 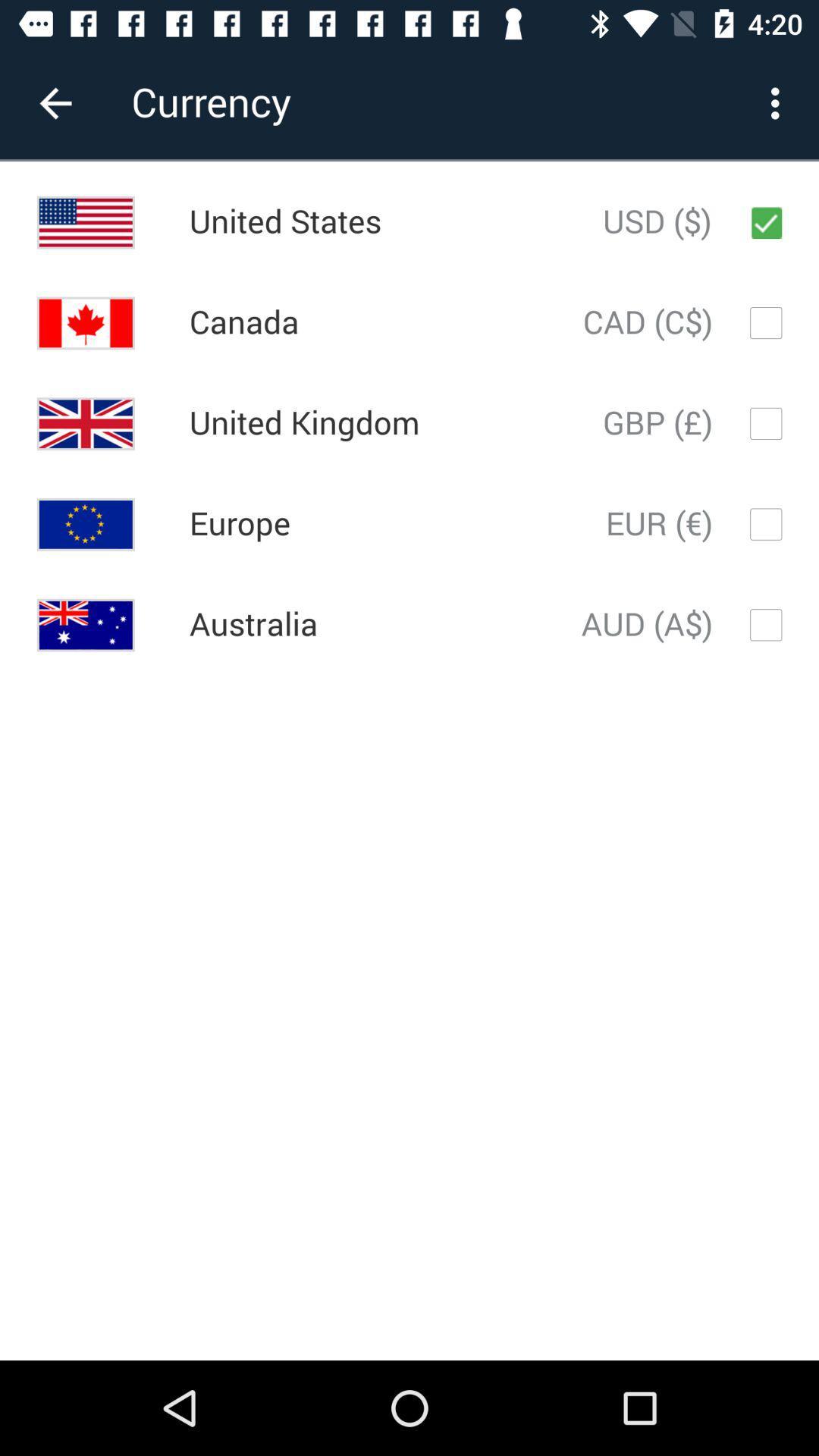 What do you see at coordinates (657, 221) in the screenshot?
I see `item to the right of united states icon` at bounding box center [657, 221].